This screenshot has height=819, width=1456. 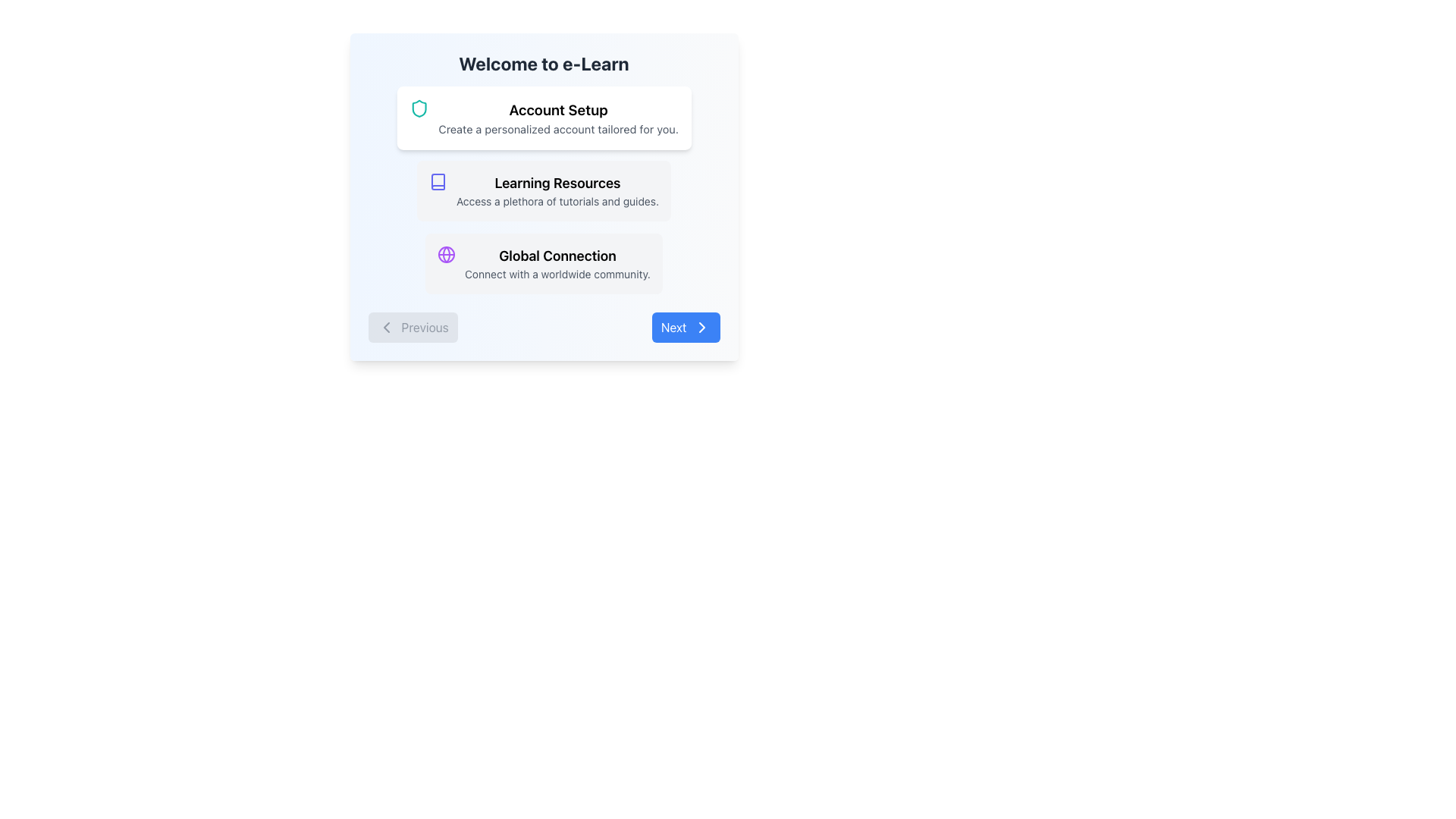 I want to click on informational text description that invites users to explore tutorials and guides, located centrally within a card and second in a vertical list of options, so click(x=557, y=190).